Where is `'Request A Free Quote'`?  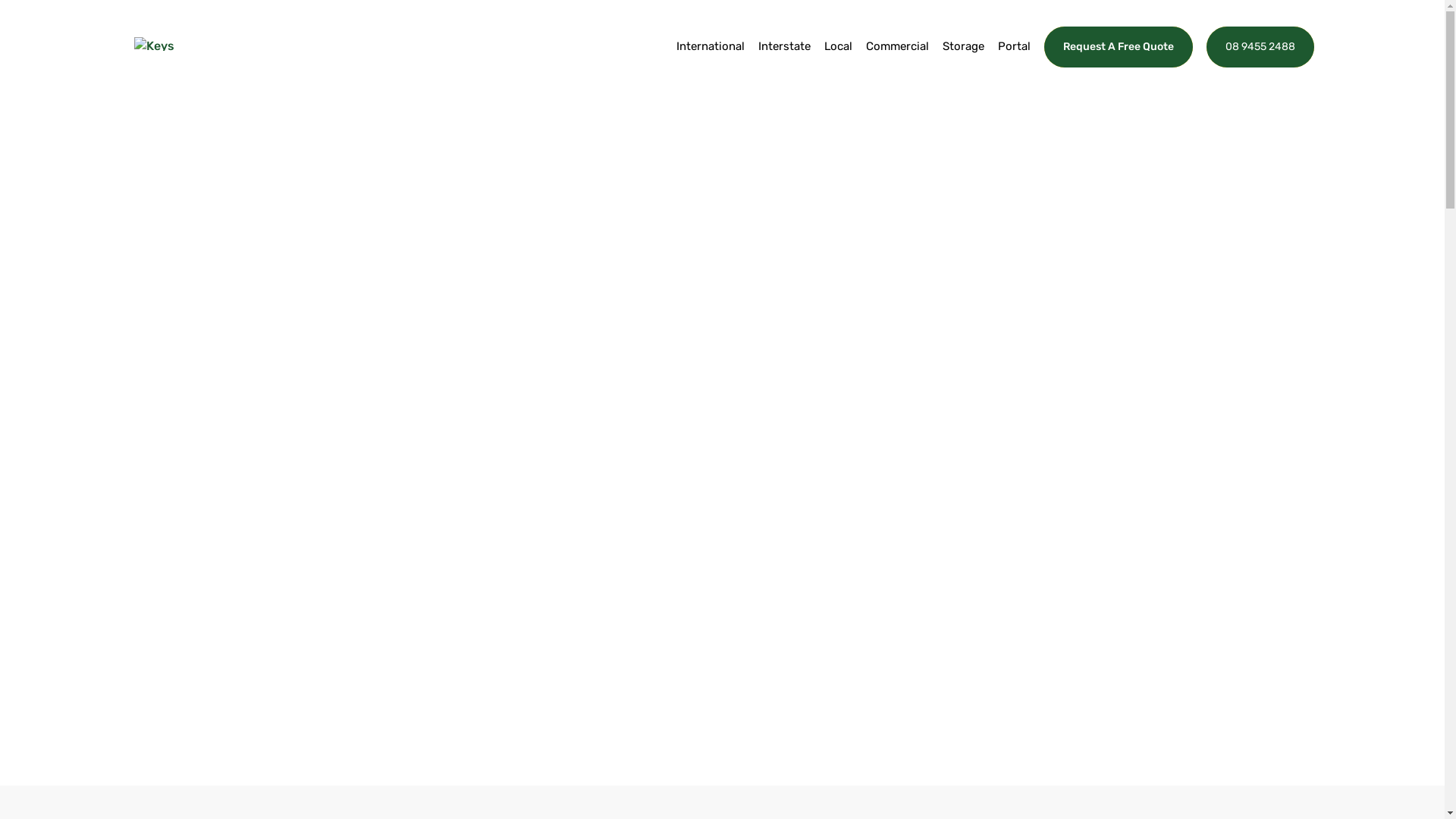 'Request A Free Quote' is located at coordinates (1117, 45).